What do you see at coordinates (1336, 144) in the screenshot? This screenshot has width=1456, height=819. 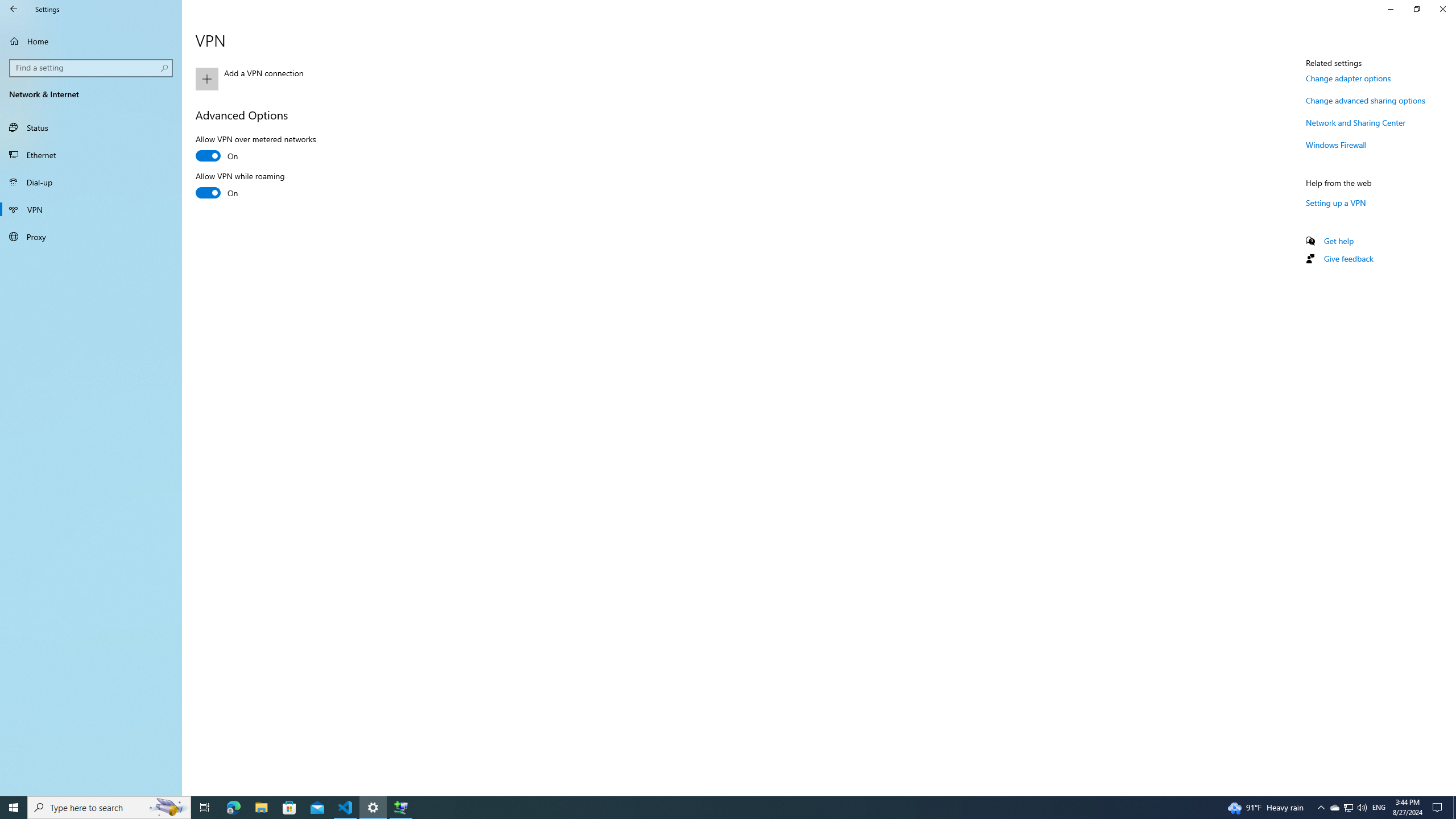 I see `'Windows Firewall'` at bounding box center [1336, 144].